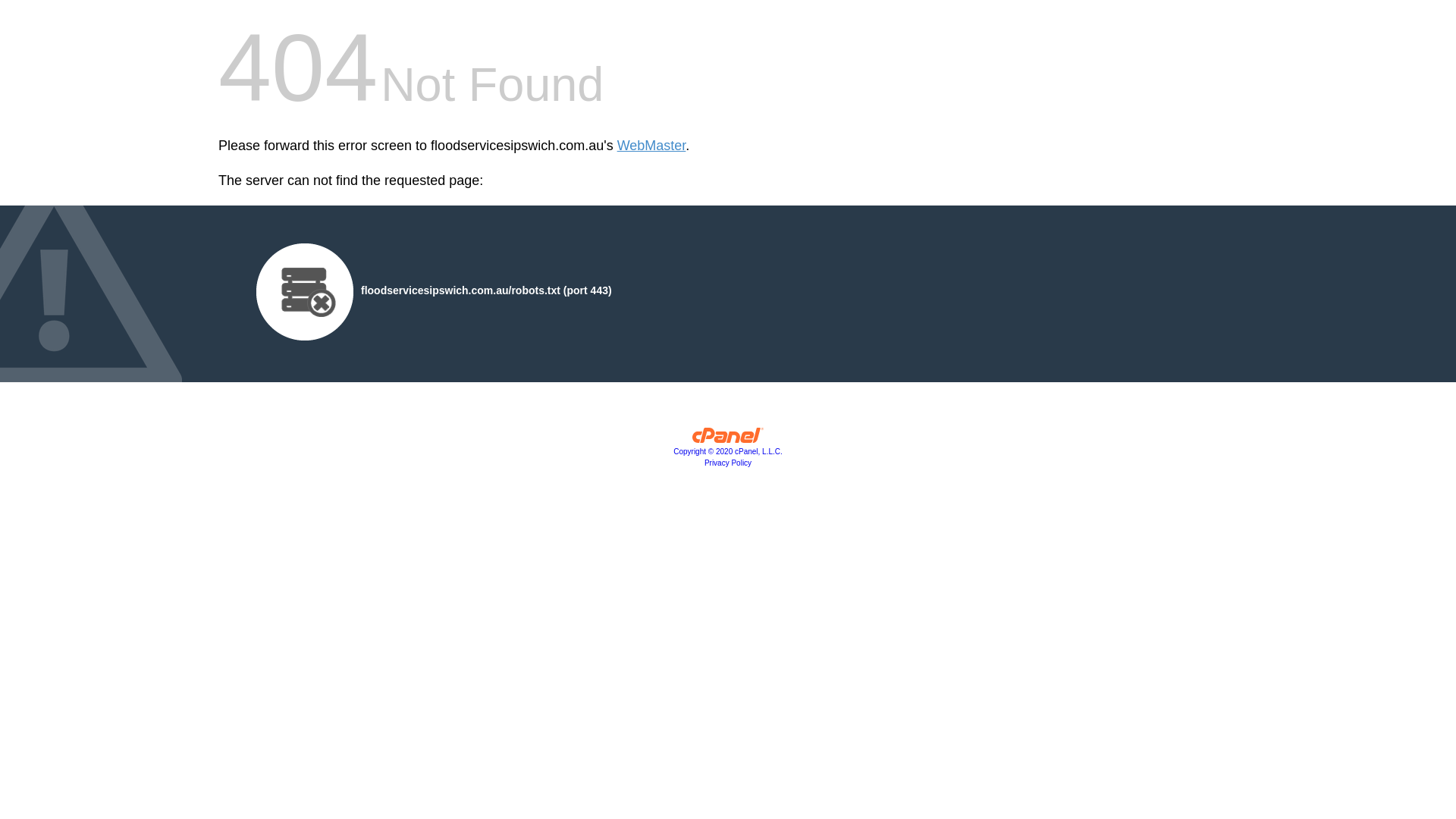  Describe the element at coordinates (728, 438) in the screenshot. I see `'cPanel, Inc.'` at that location.